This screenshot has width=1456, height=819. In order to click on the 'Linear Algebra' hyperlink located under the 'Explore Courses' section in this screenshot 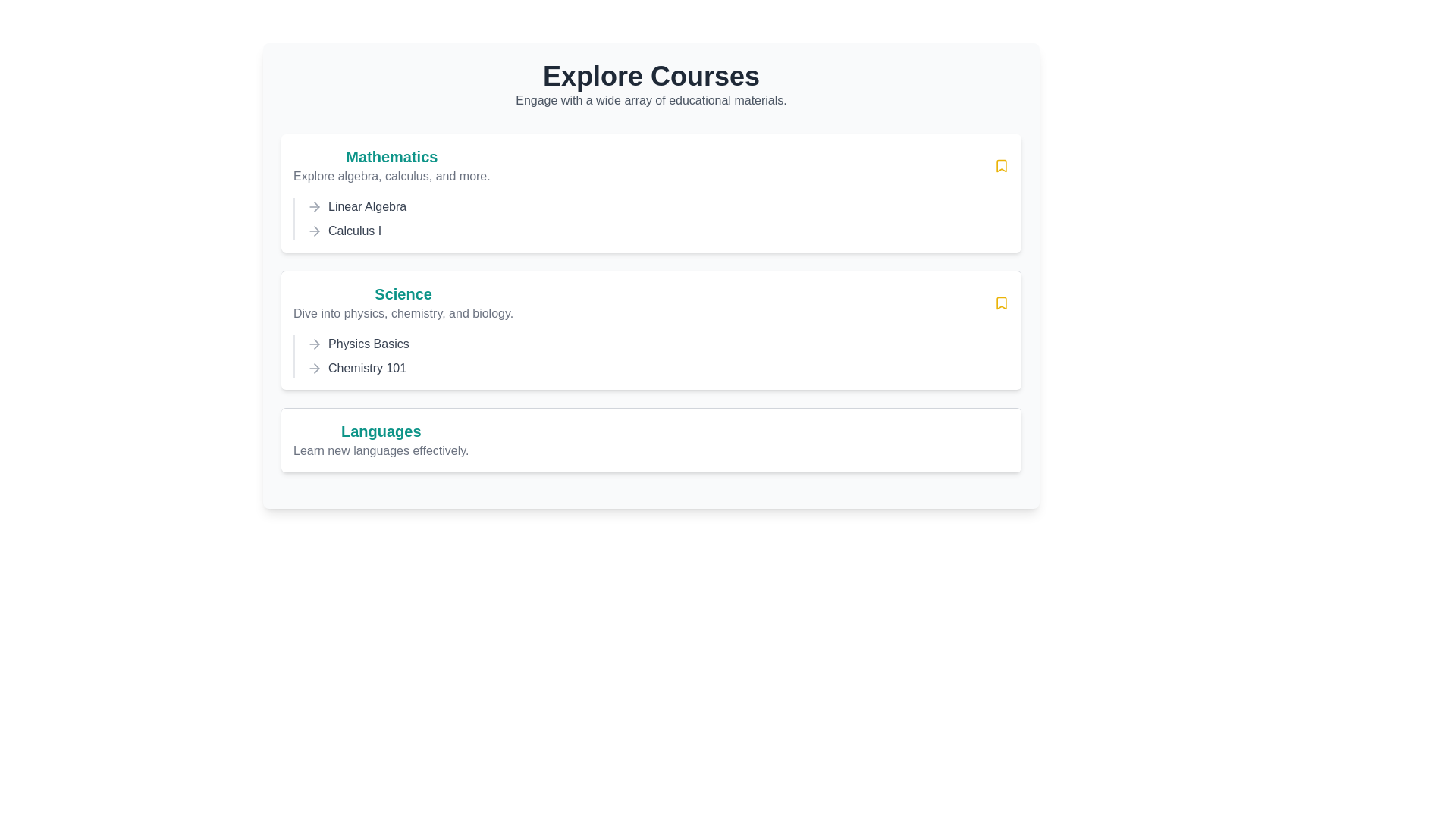, I will do `click(367, 207)`.